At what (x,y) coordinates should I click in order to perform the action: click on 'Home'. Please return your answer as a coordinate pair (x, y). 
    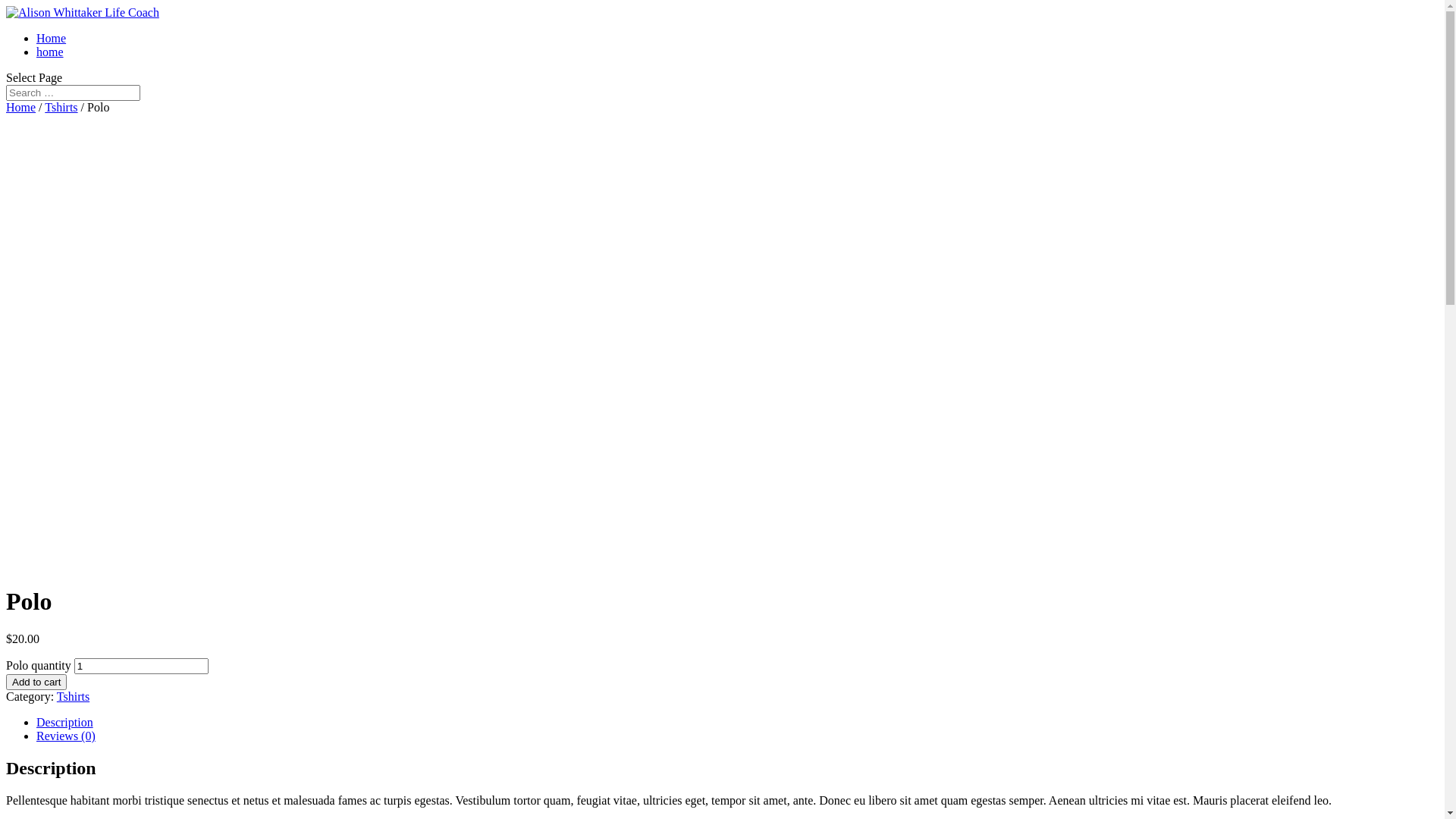
    Looking at the image, I should click on (20, 106).